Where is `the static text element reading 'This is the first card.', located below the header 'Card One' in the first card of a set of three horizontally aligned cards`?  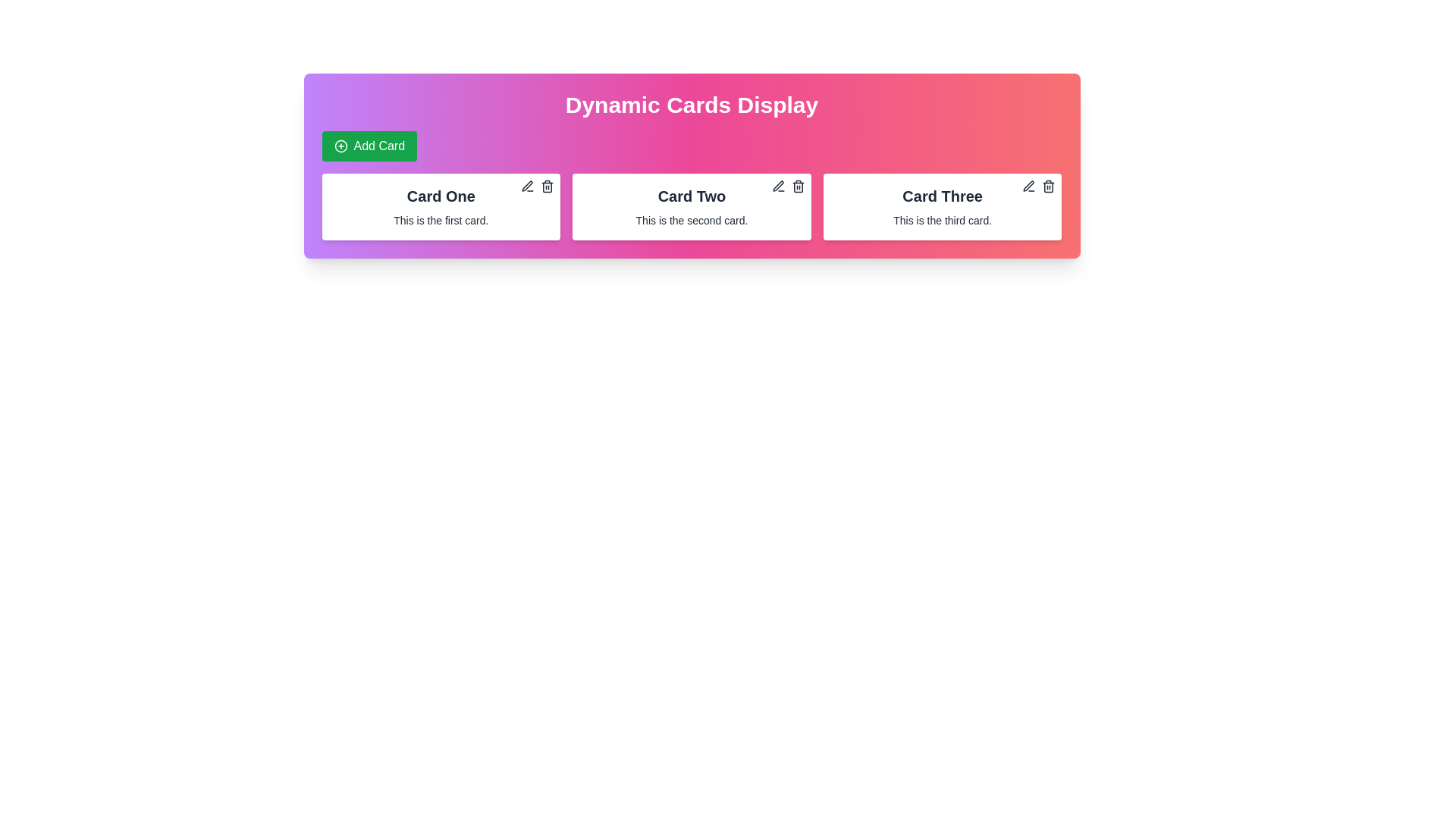
the static text element reading 'This is the first card.', located below the header 'Card One' in the first card of a set of three horizontally aligned cards is located at coordinates (440, 220).